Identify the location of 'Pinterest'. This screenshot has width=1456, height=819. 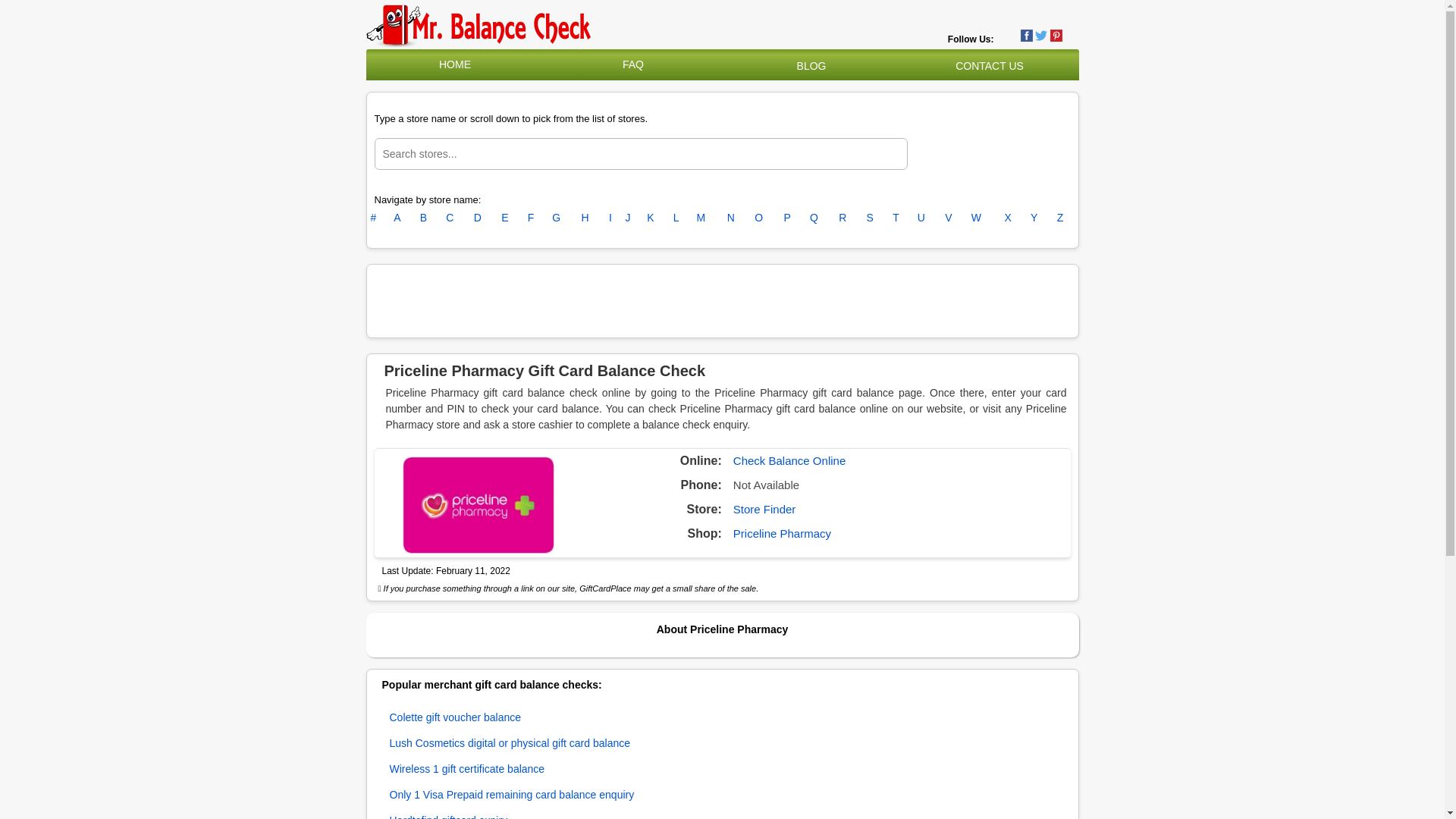
(1055, 34).